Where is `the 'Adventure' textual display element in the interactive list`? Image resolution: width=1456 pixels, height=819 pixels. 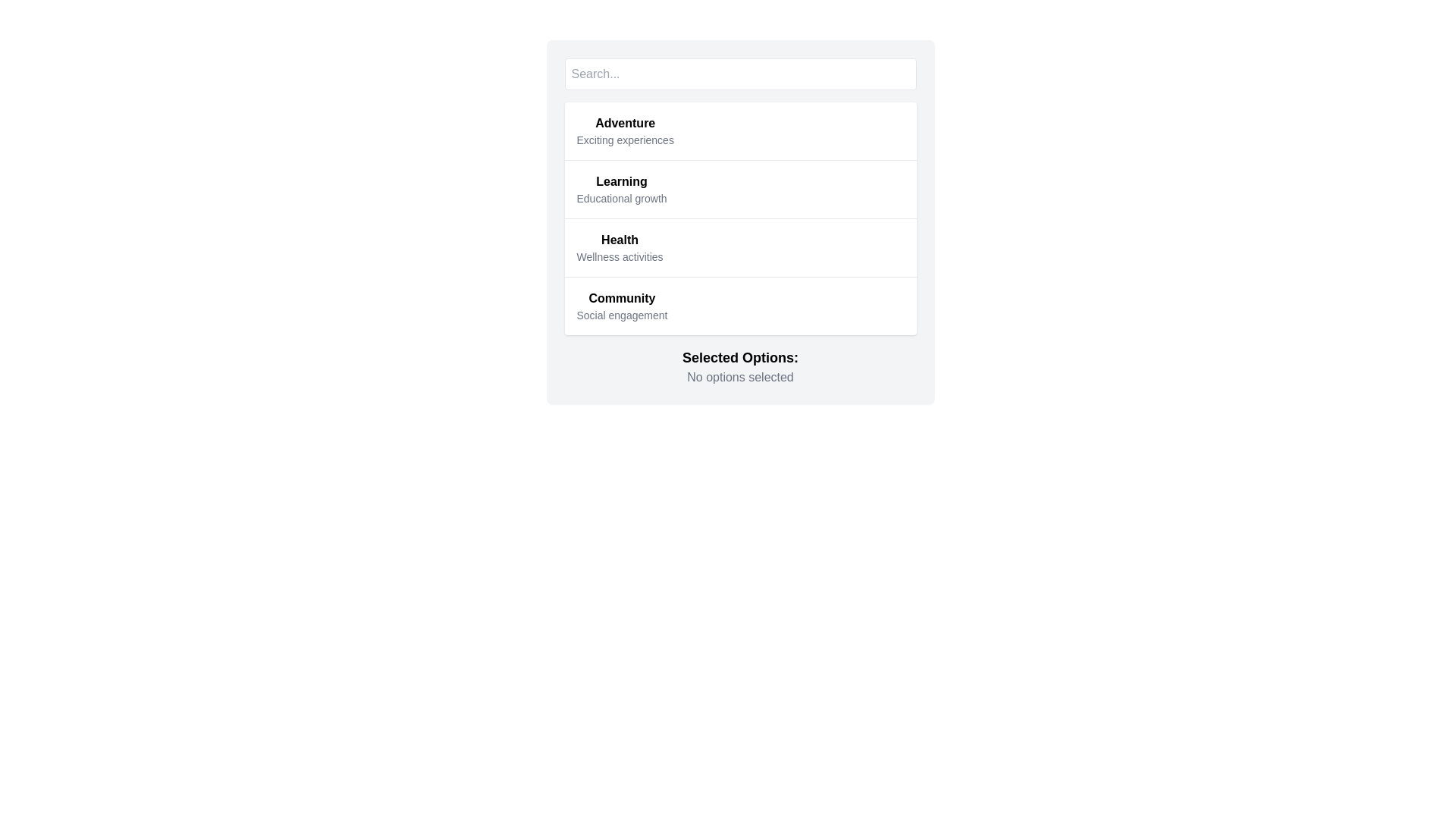
the 'Adventure' textual display element in the interactive list is located at coordinates (625, 130).